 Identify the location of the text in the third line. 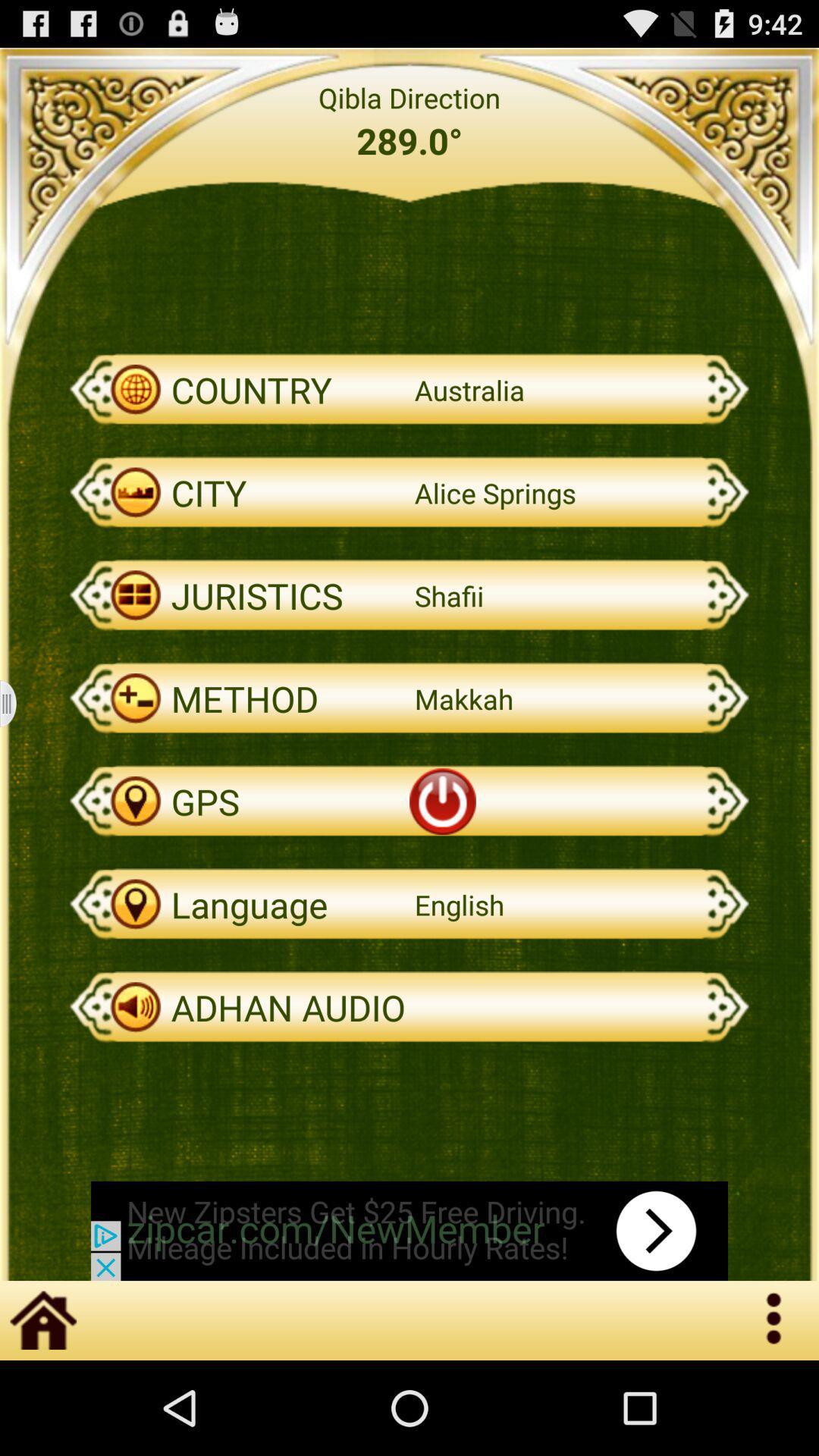
(409, 390).